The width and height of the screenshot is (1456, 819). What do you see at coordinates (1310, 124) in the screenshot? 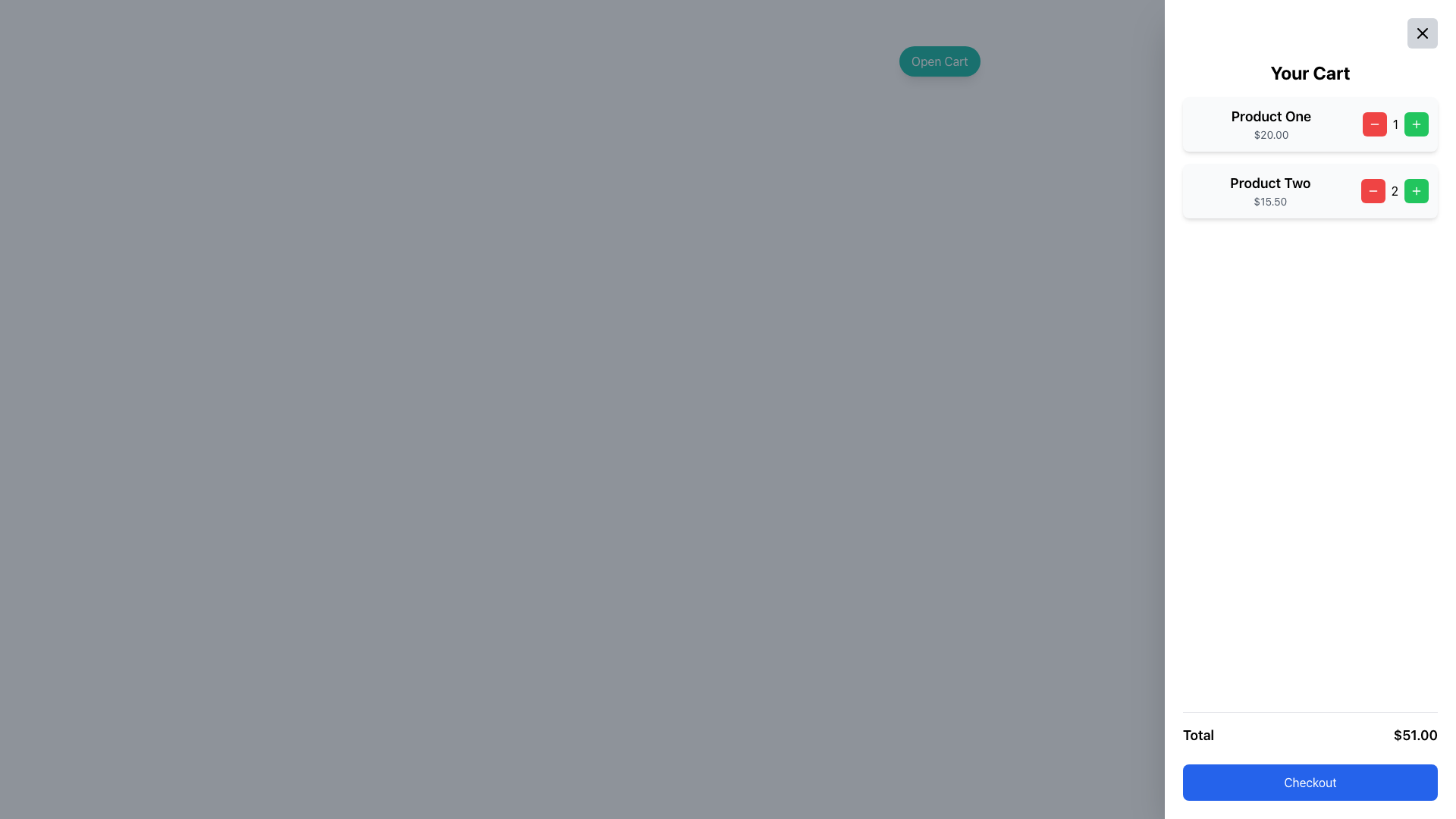
I see `the product name ('Product One') and price ('$20.00') in the cart interface, which is the first item under the 'Your Cart' section` at bounding box center [1310, 124].